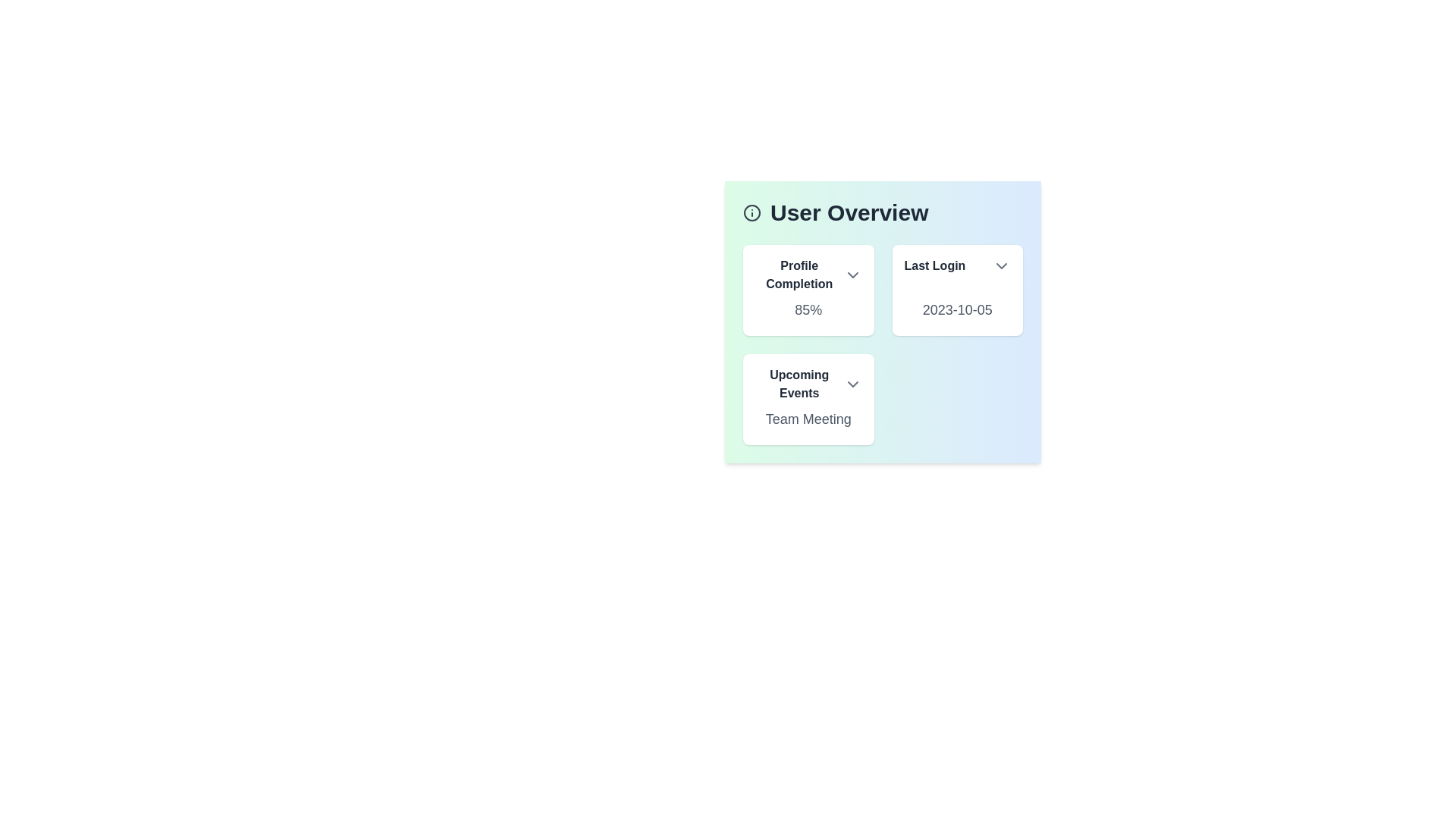 This screenshot has width=1456, height=819. I want to click on the downward-facing chevron icon, which is gray in color and positioned to the far-right of the 'Last Login' label, so click(1001, 265).